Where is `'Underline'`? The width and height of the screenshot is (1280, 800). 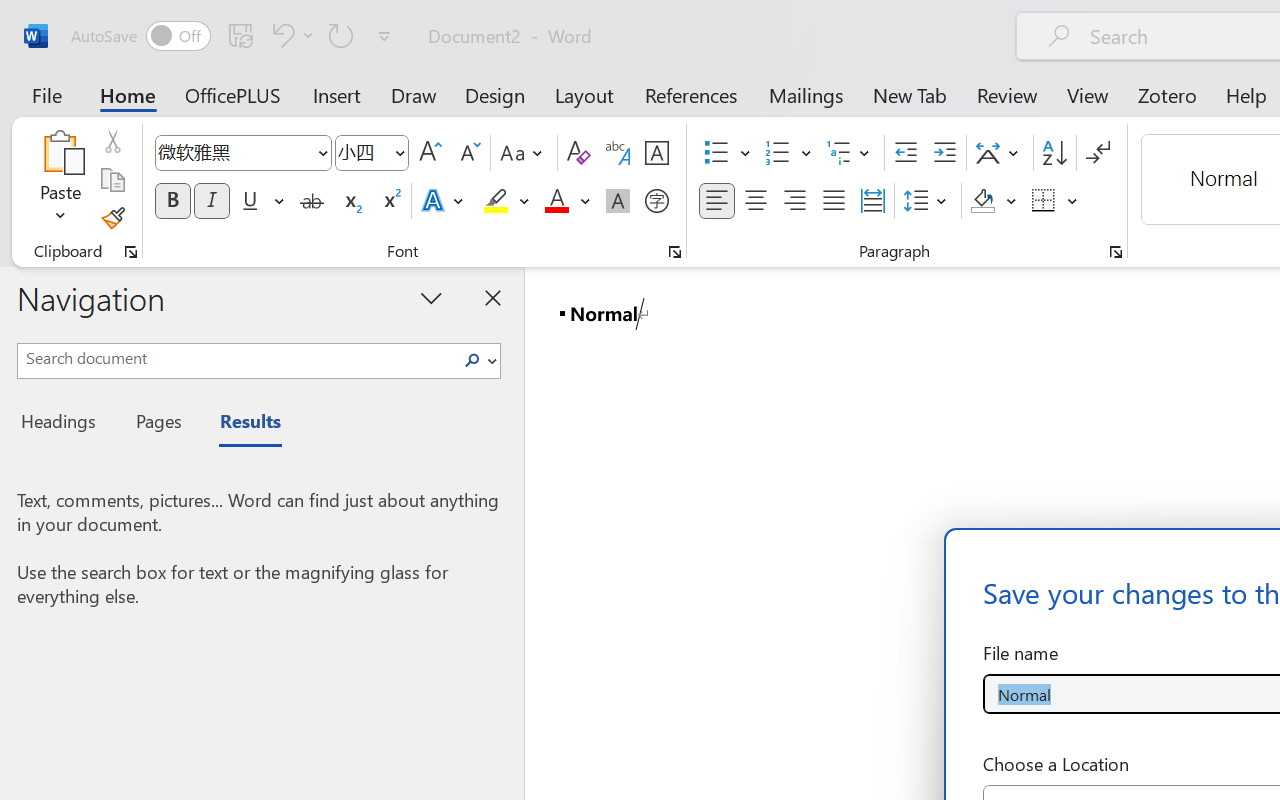 'Underline' is located at coordinates (249, 201).